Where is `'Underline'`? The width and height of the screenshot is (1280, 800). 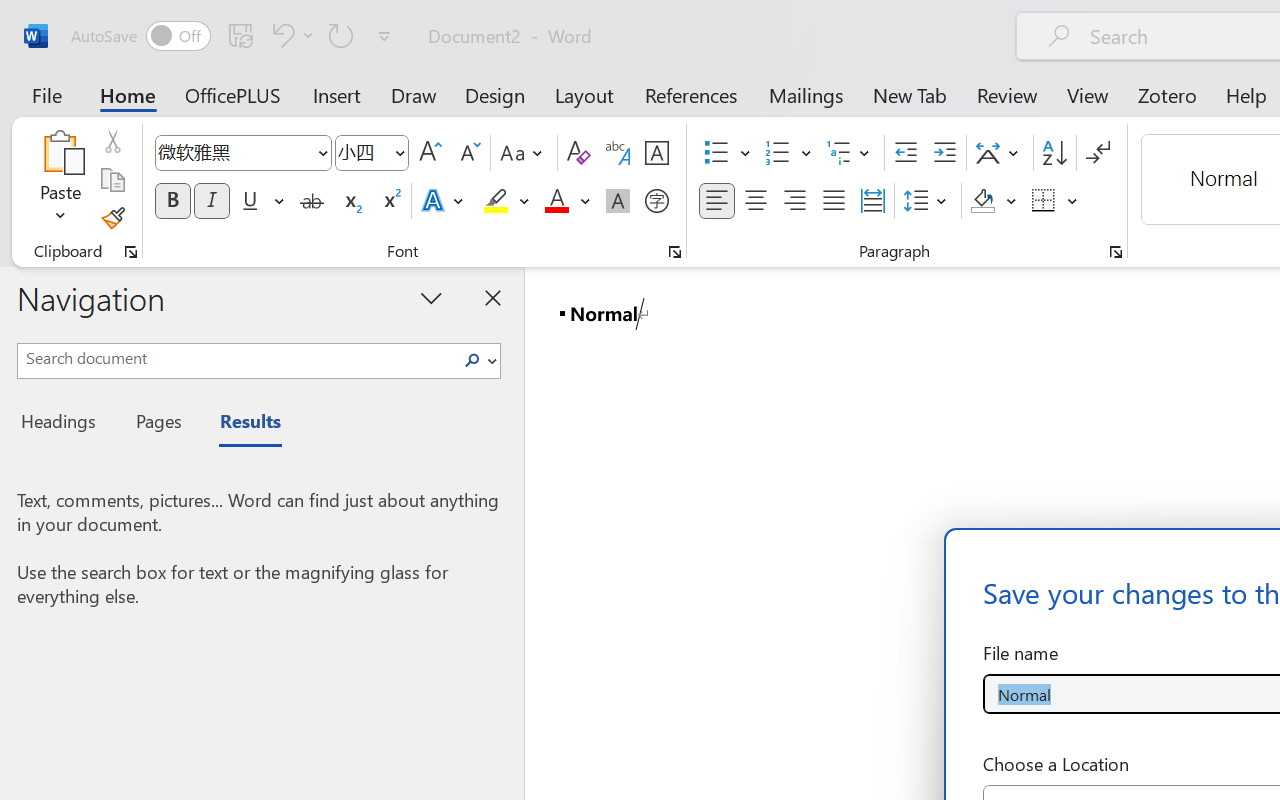 'Underline' is located at coordinates (249, 201).